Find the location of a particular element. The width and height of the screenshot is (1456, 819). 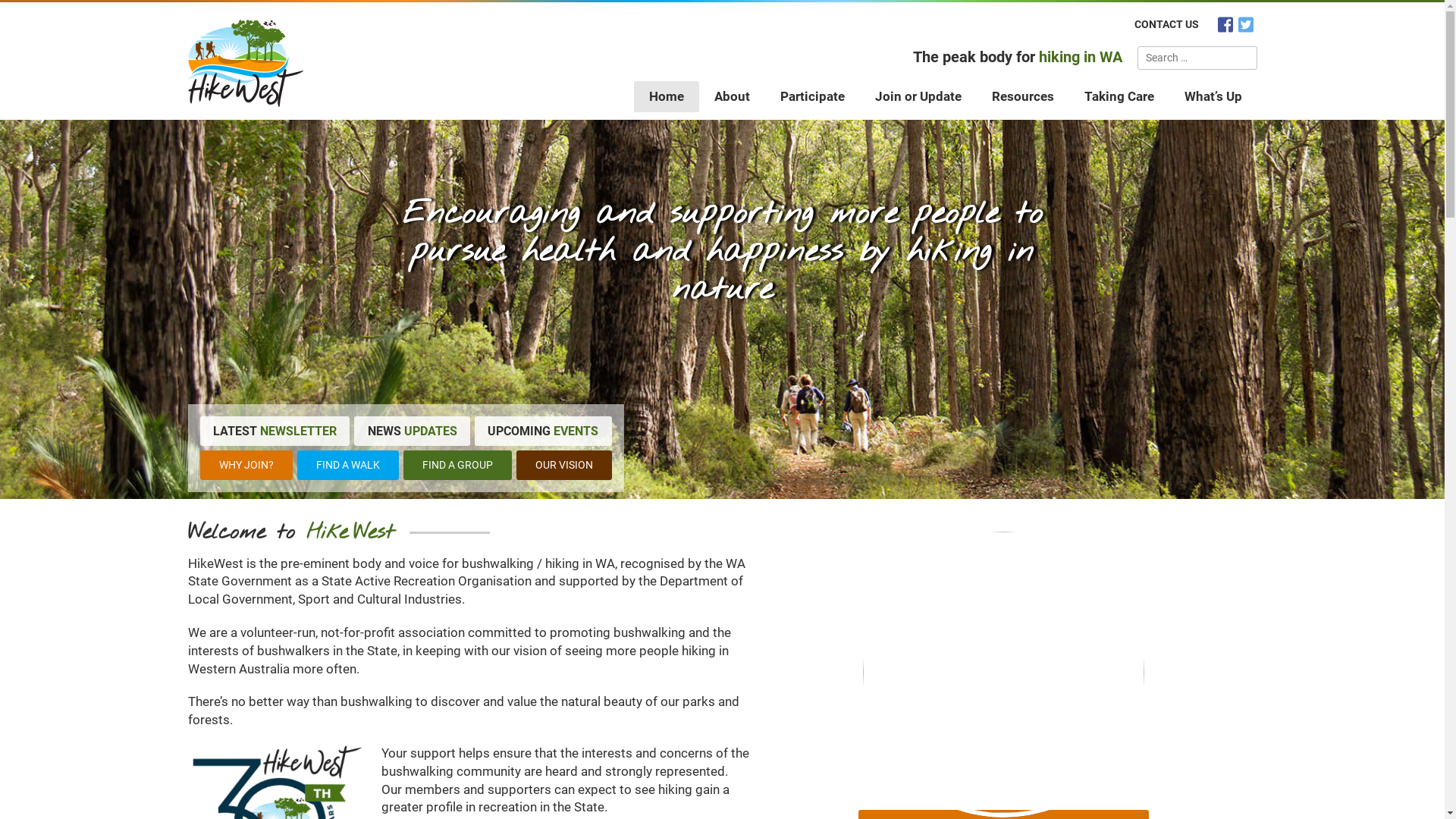

'NEWS UPDATES' is located at coordinates (412, 430).